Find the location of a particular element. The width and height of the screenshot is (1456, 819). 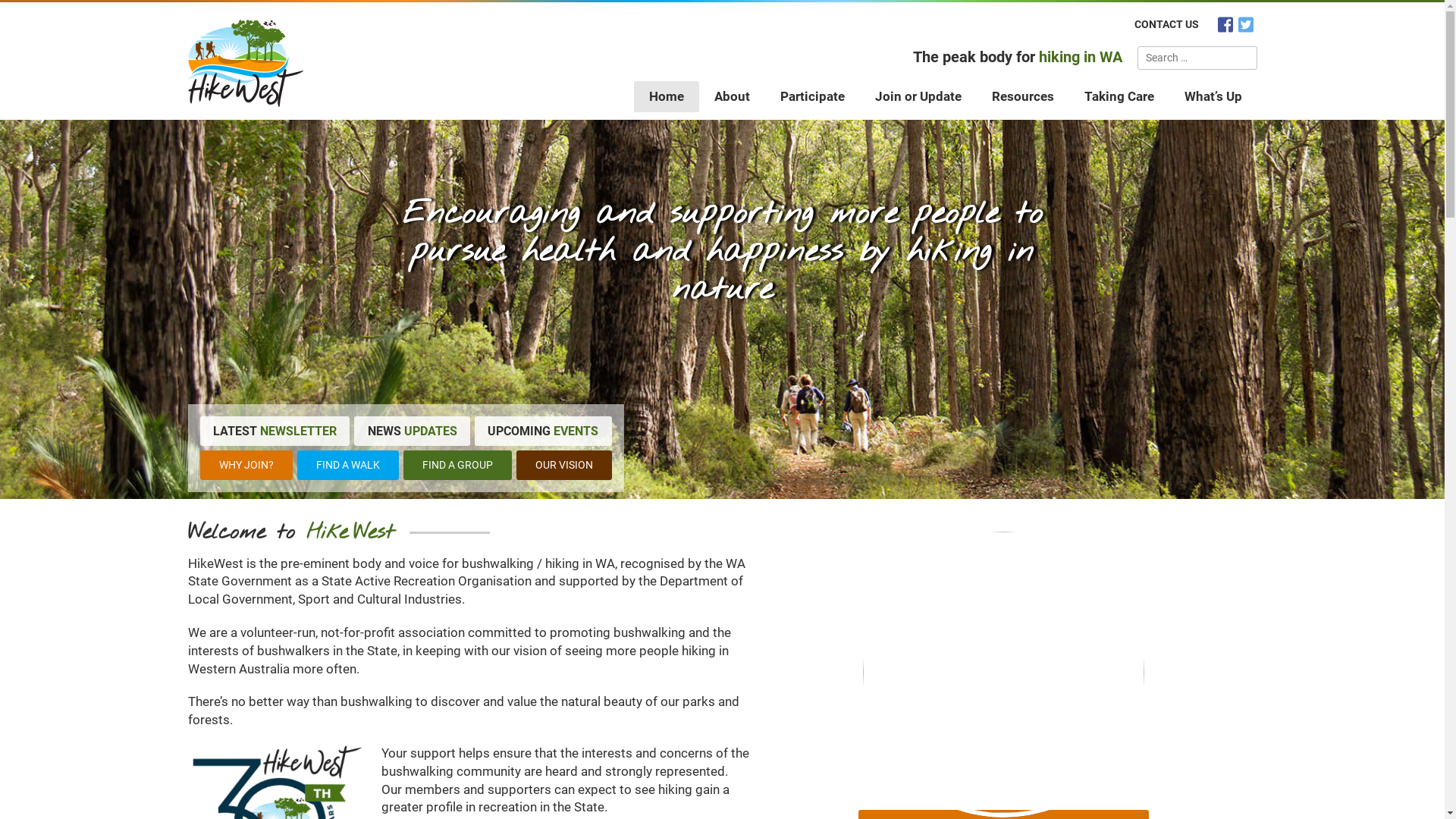

'NEWS UPDATES' is located at coordinates (412, 430).